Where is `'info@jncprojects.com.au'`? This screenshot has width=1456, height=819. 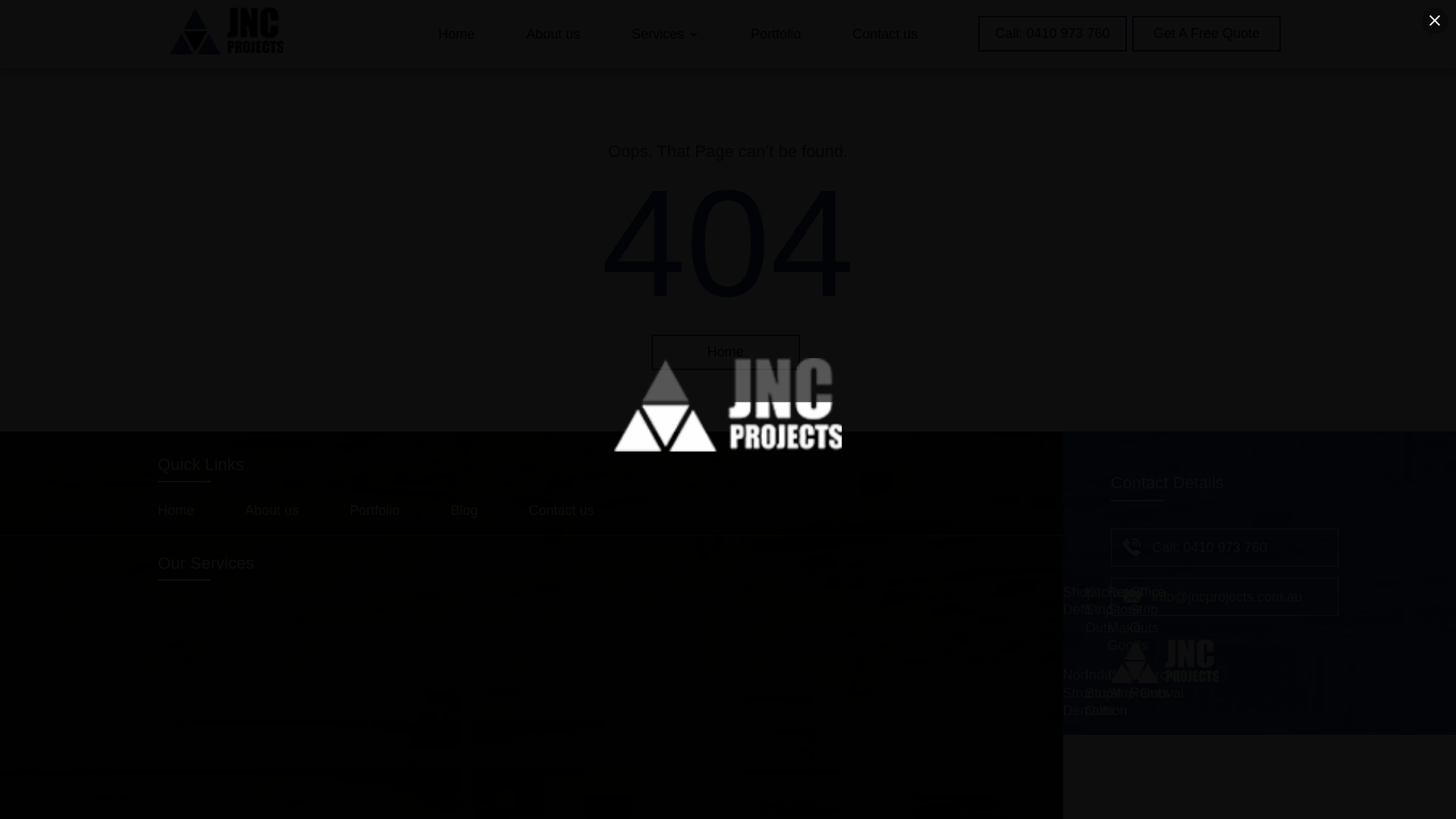
'info@jncprojects.com.au' is located at coordinates (1227, 595).